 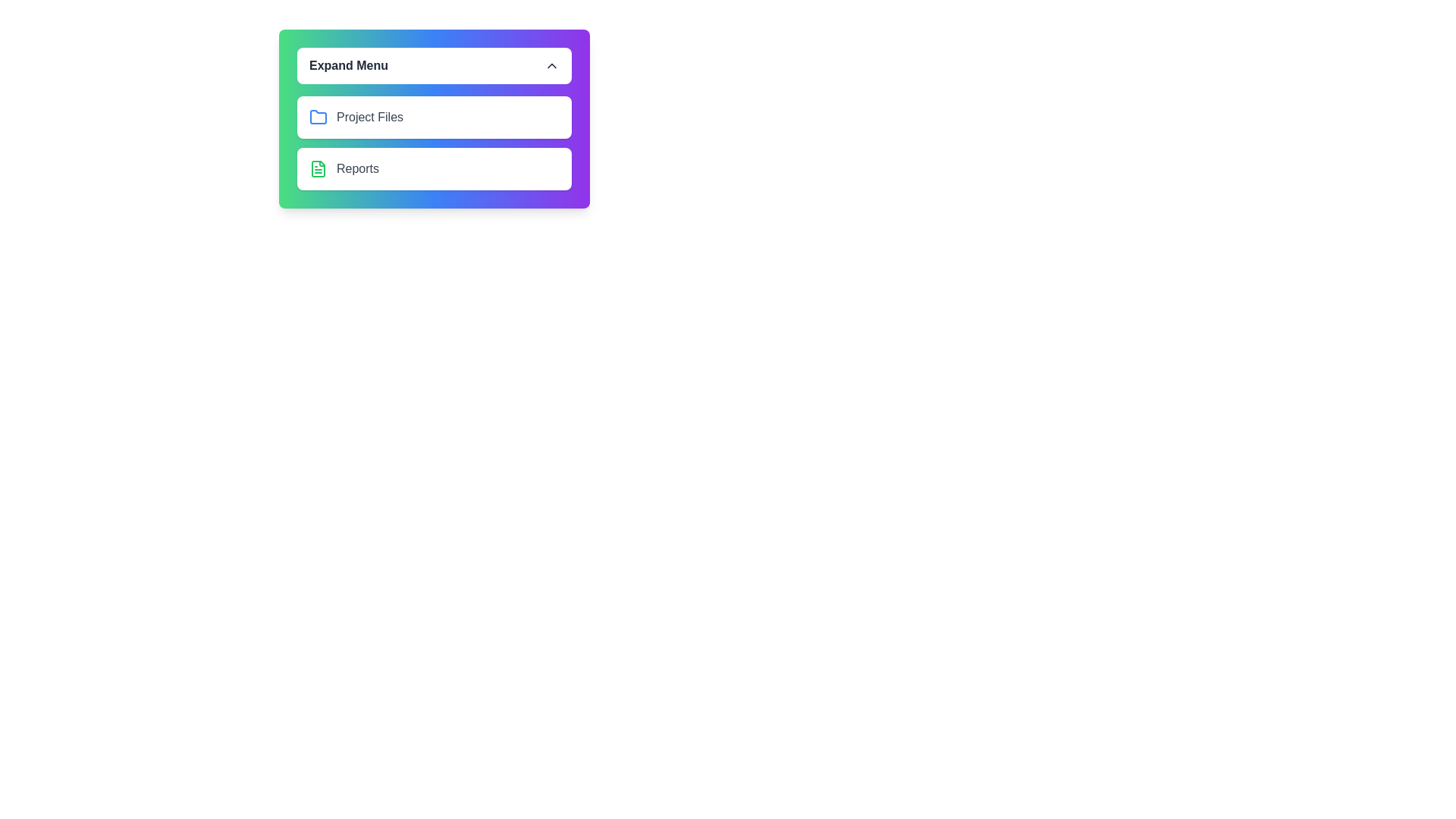 I want to click on the blue folder icon with rounded corners located to the left of the 'Project Files' text in the 'Expand Menu' dropdown, so click(x=318, y=116).